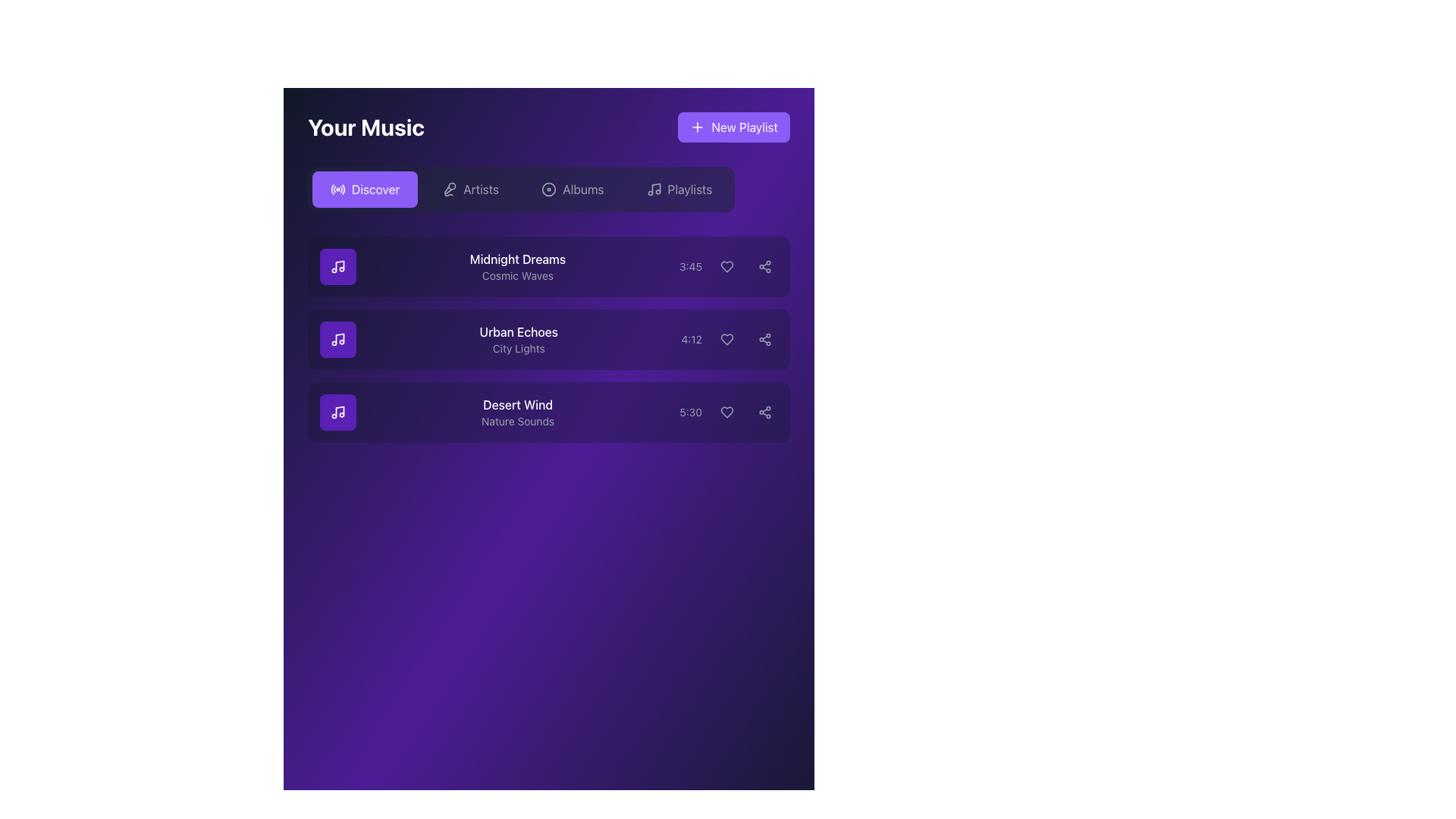 This screenshot has height=819, width=1456. What do you see at coordinates (518, 412) in the screenshot?
I see `to select the third item in the 'Your Music' list, which represents a music track or playlist, positioned between 'Urban Echoes' and another item` at bounding box center [518, 412].